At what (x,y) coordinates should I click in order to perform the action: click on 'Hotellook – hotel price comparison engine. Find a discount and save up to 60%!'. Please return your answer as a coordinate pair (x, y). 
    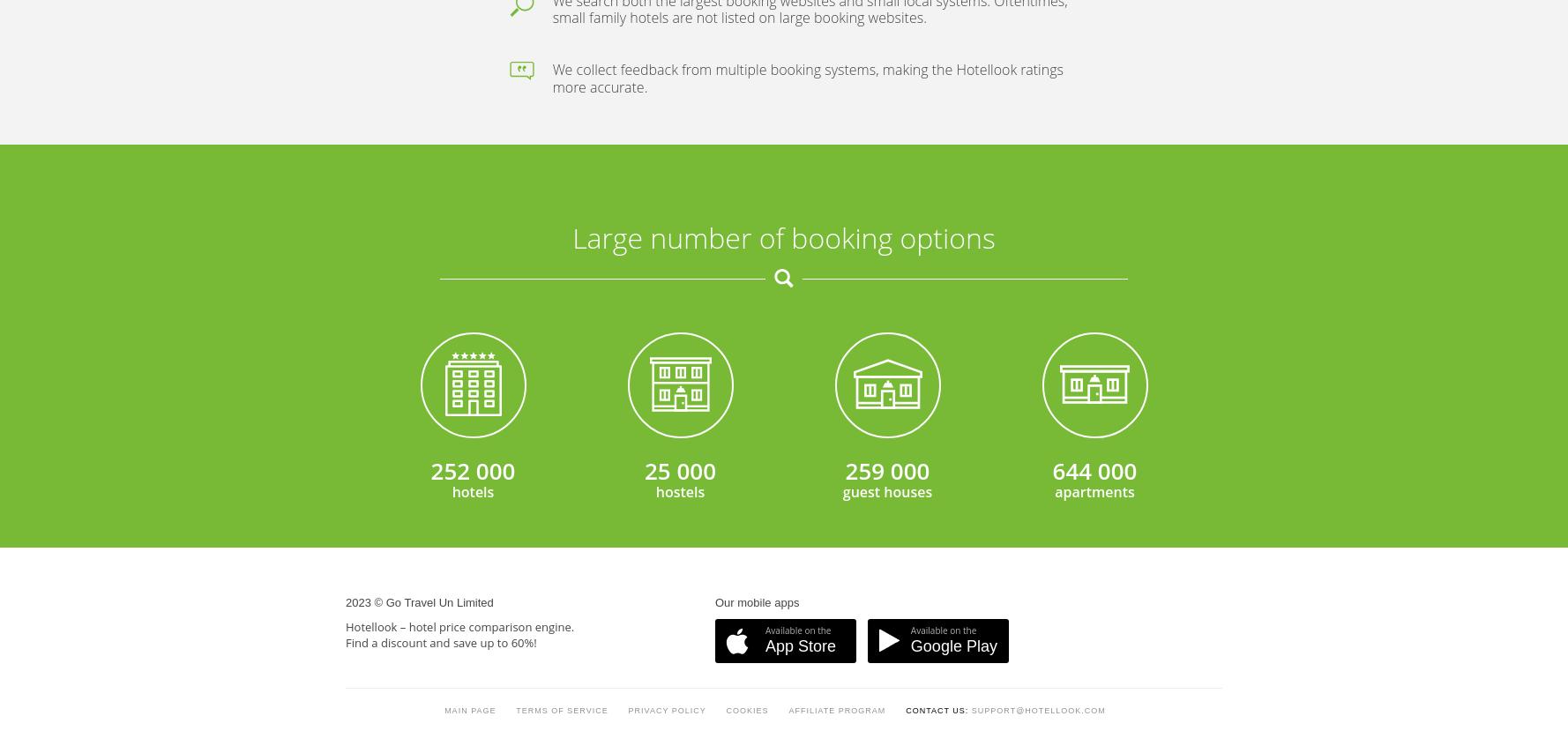
    Looking at the image, I should click on (459, 205).